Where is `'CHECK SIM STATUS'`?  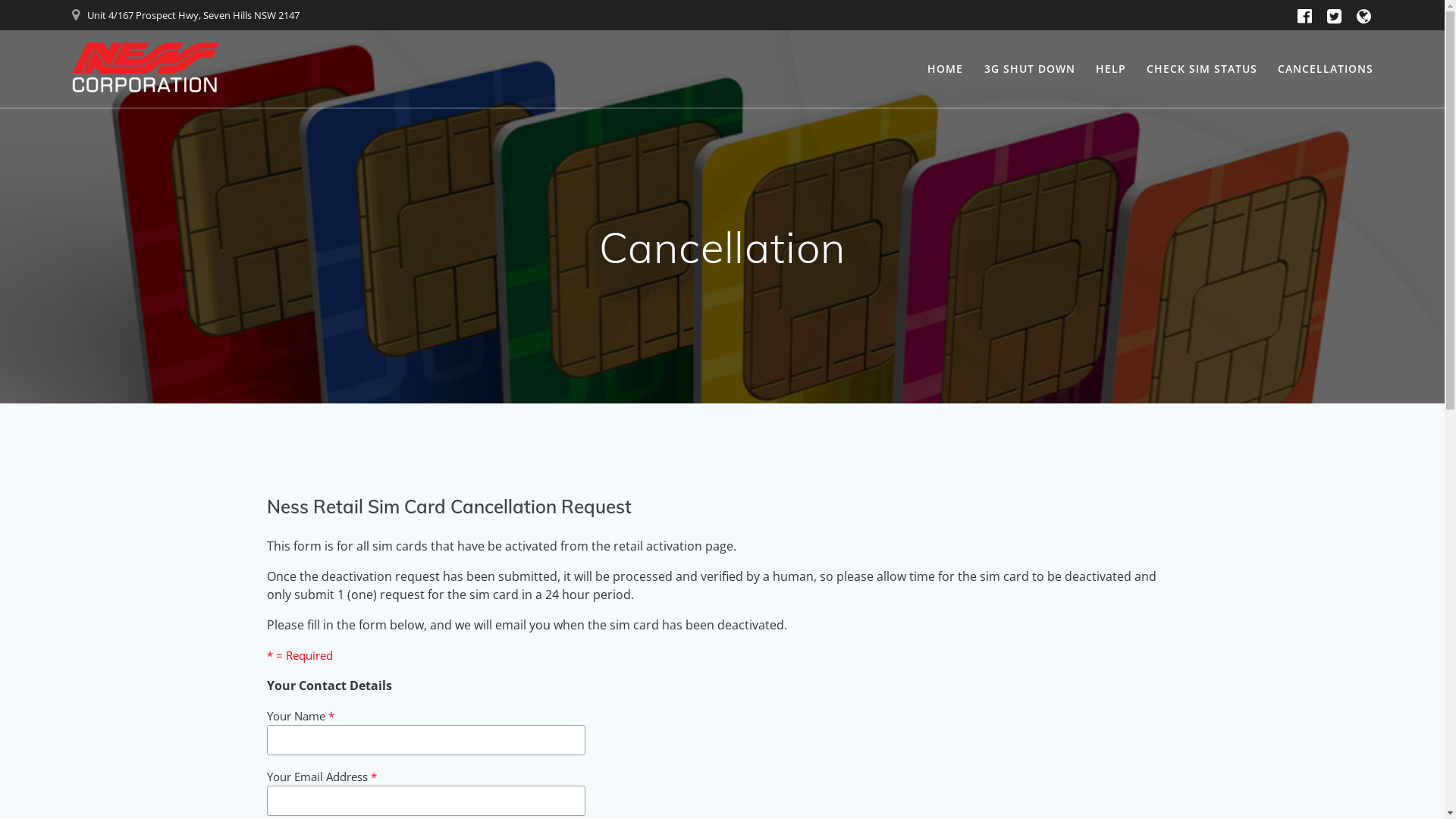
'CHECK SIM STATUS' is located at coordinates (1200, 69).